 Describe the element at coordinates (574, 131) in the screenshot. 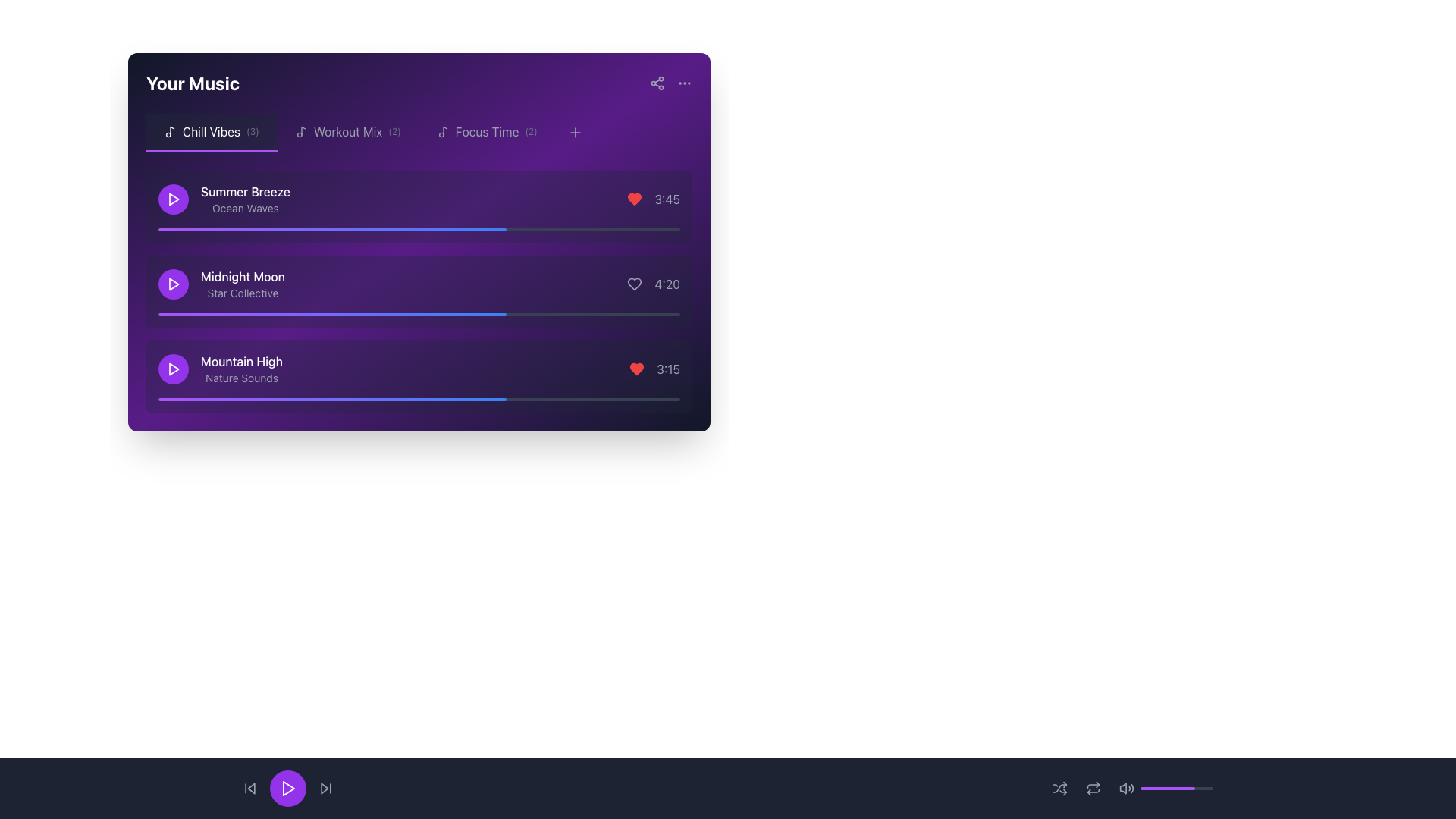

I see `the Plus Icon in the top-right corner of the 'Your Music' panel` at that location.